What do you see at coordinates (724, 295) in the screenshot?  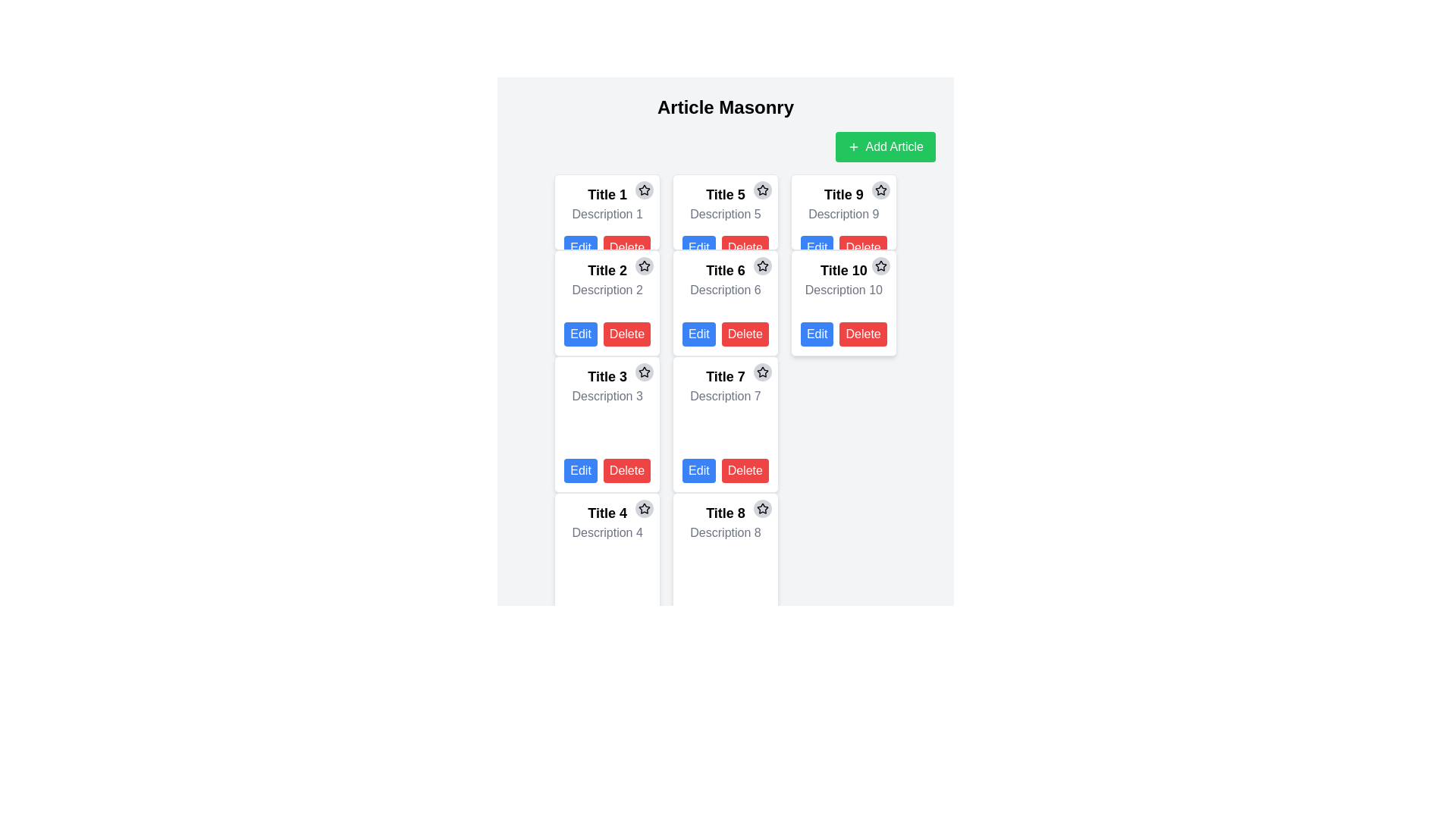 I see `the descriptive text element located within the card titled 'Title 6', which is positioned below the heading and above the action buttons 'Edit' and 'Delete'` at bounding box center [724, 295].